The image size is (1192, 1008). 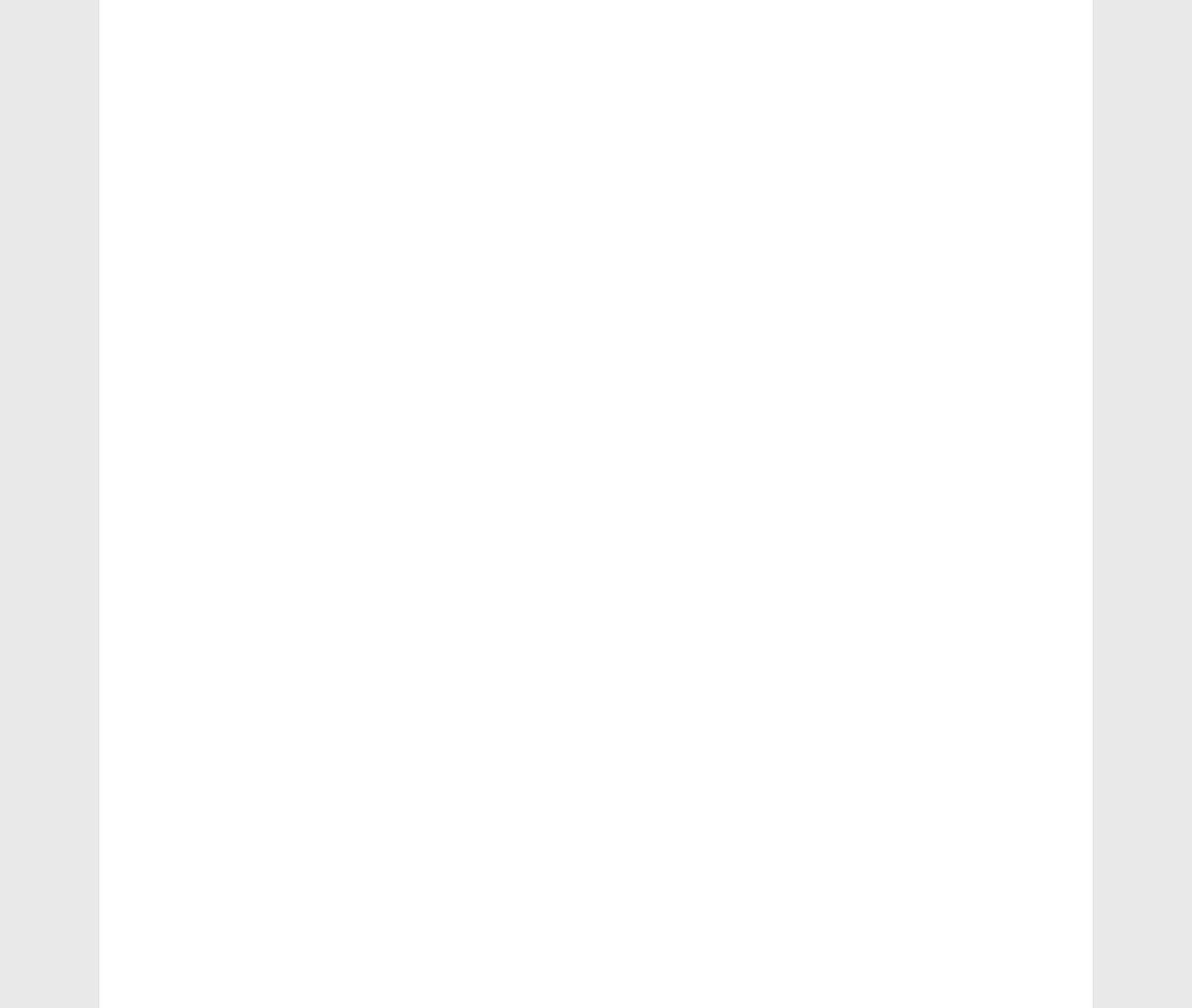 What do you see at coordinates (877, 748) in the screenshot?
I see `'vector'` at bounding box center [877, 748].